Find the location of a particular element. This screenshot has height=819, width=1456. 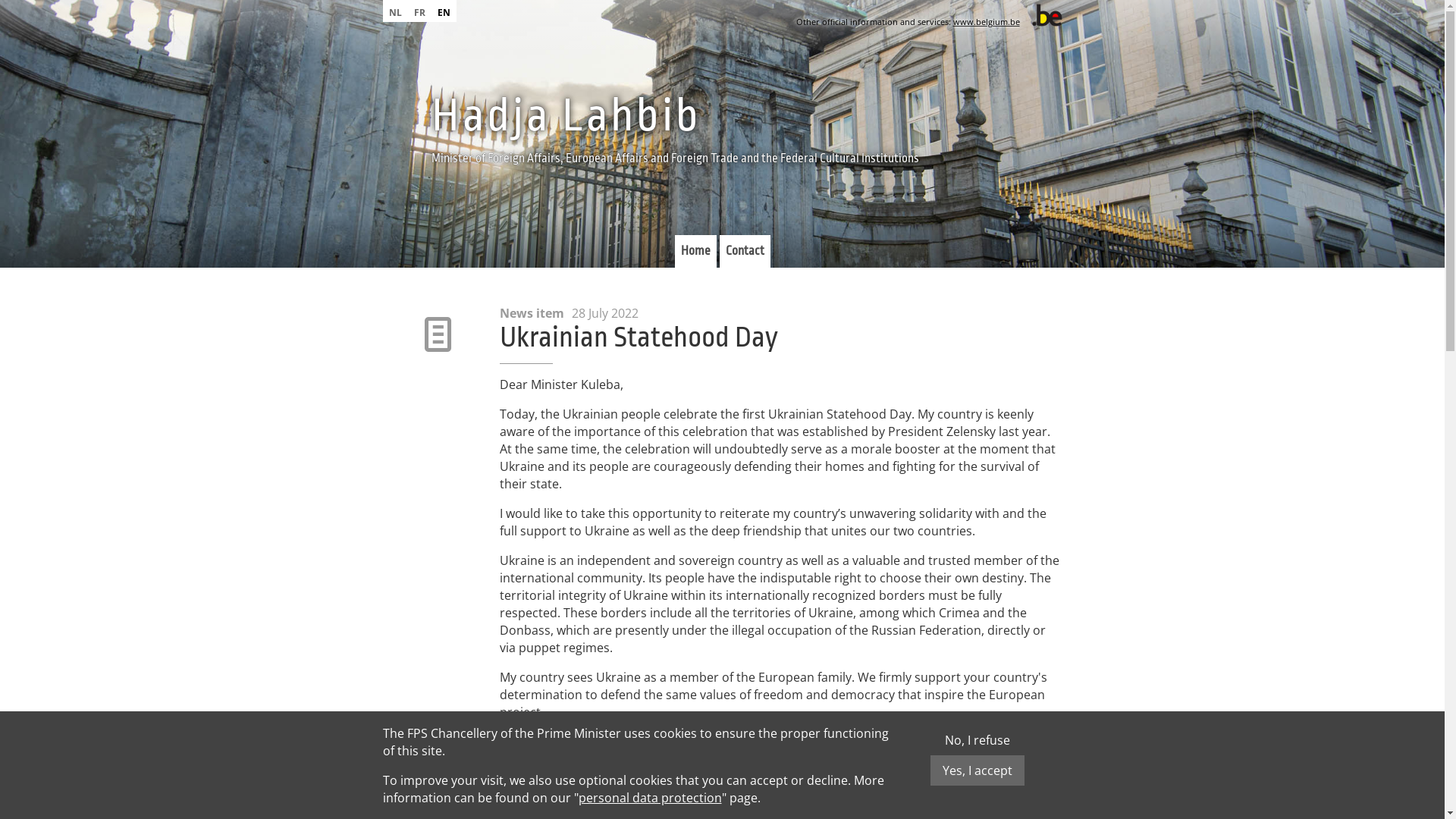

'NL' is located at coordinates (394, 11).